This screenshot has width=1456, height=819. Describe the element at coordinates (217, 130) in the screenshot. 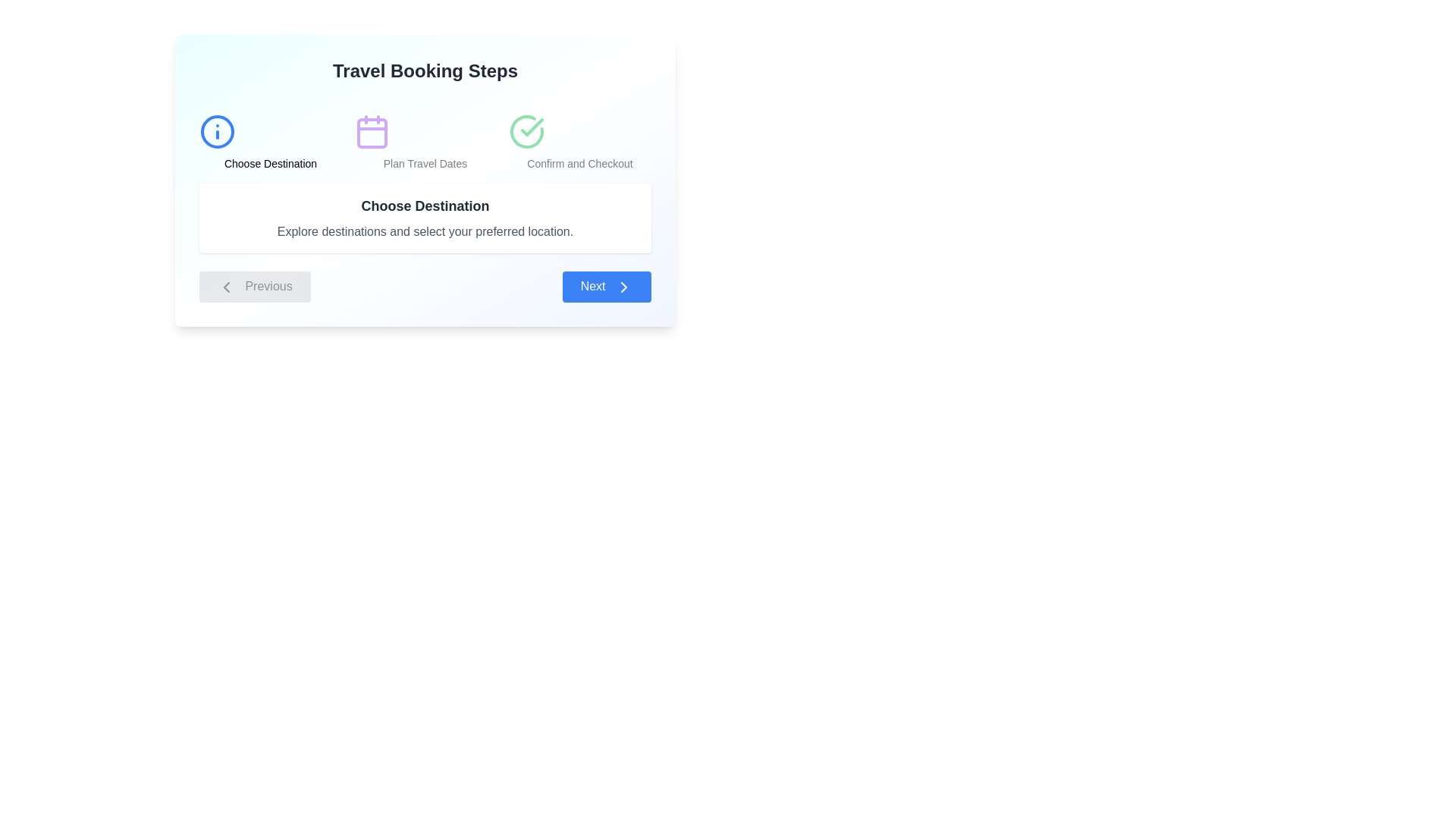

I see `the blue circular icon with a centered dot and vertical line, located above the 'Choose Destination' label in the upper-left section of the menu` at that location.